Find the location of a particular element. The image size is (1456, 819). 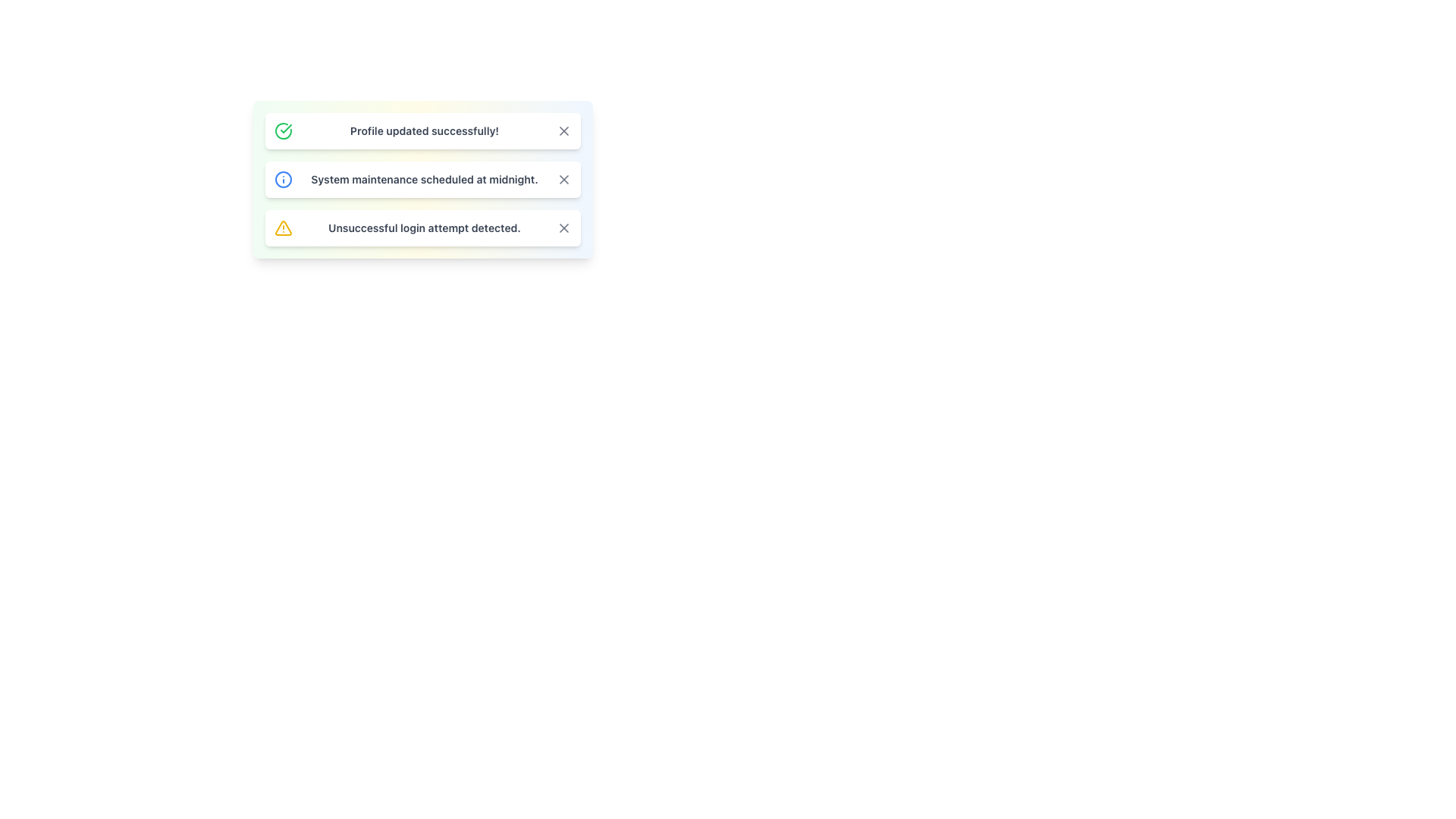

the green checkmark icon within the SVG, which is part of the notification card labeled 'Profile updated successfully!' is located at coordinates (286, 127).